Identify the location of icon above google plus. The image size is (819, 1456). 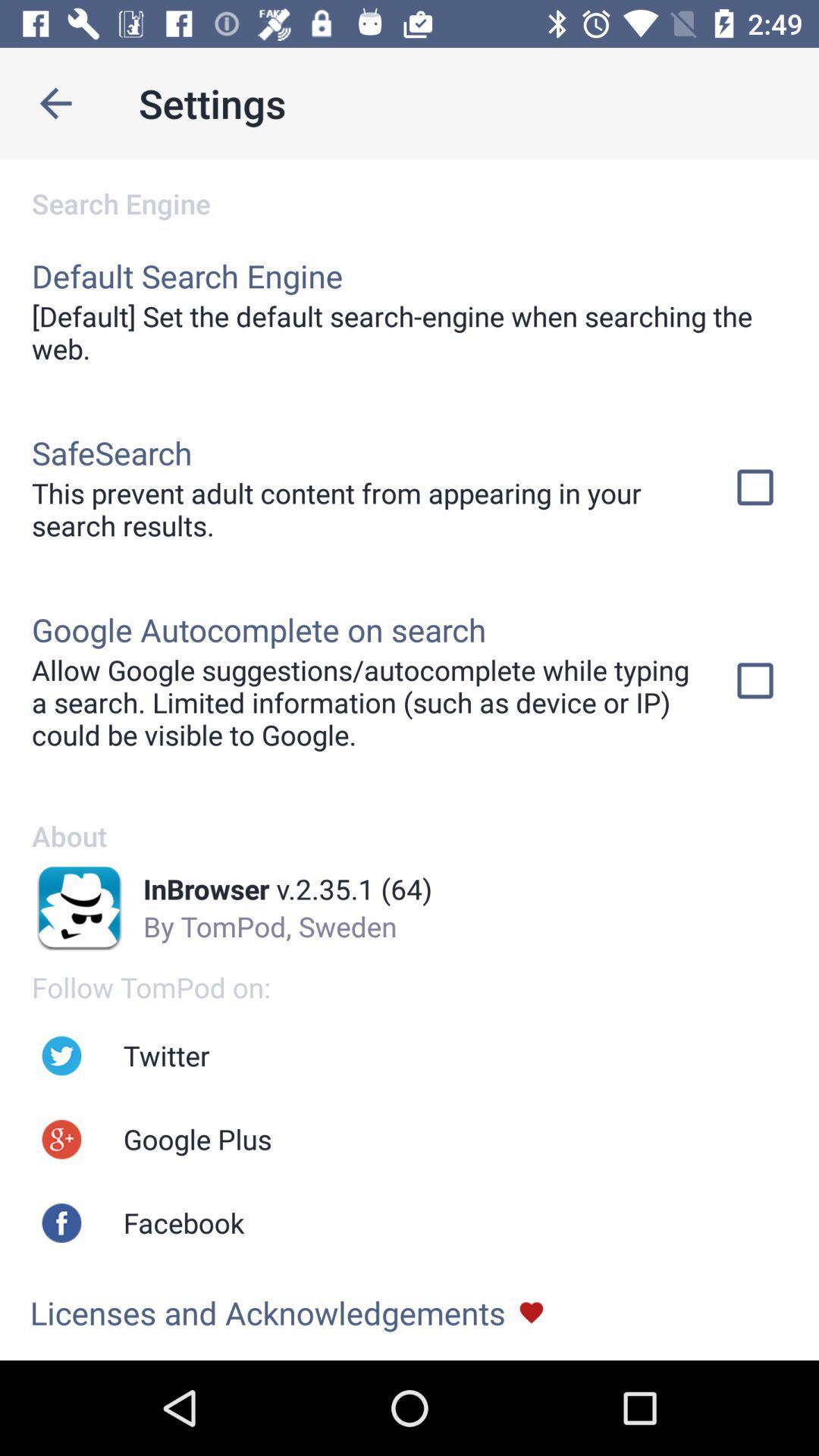
(166, 1055).